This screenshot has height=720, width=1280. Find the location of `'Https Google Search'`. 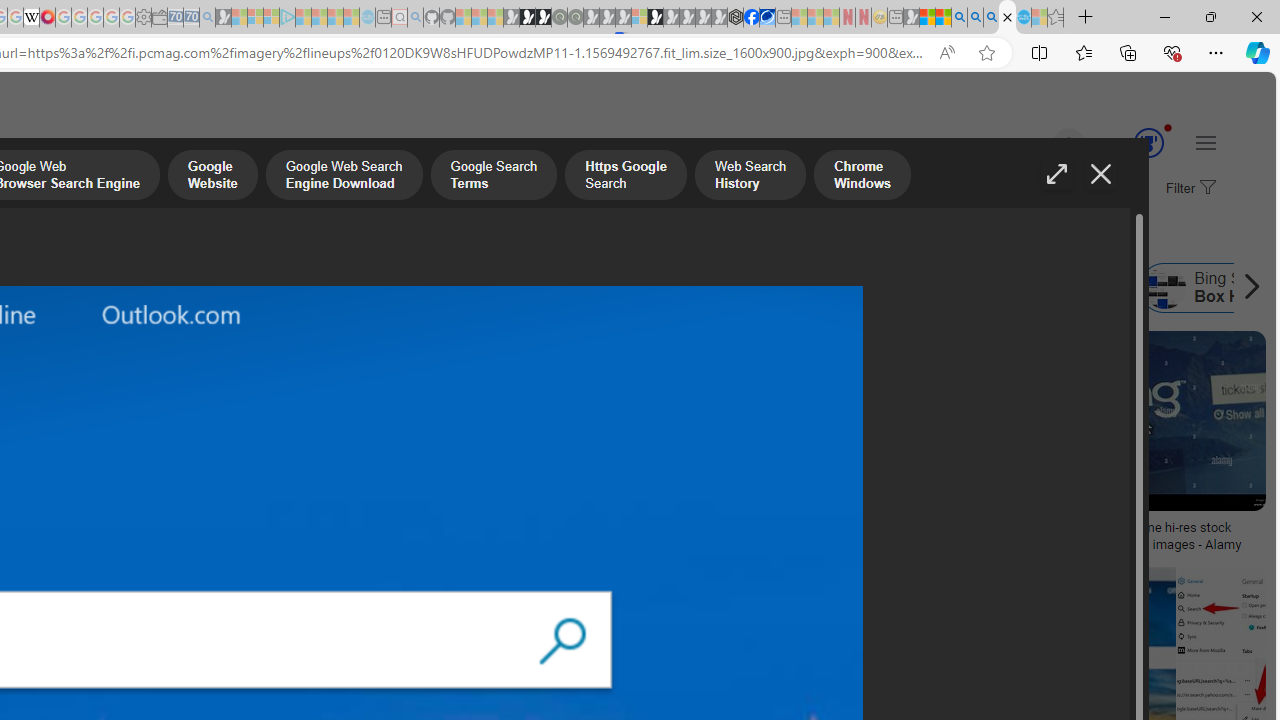

'Https Google Search' is located at coordinates (624, 176).